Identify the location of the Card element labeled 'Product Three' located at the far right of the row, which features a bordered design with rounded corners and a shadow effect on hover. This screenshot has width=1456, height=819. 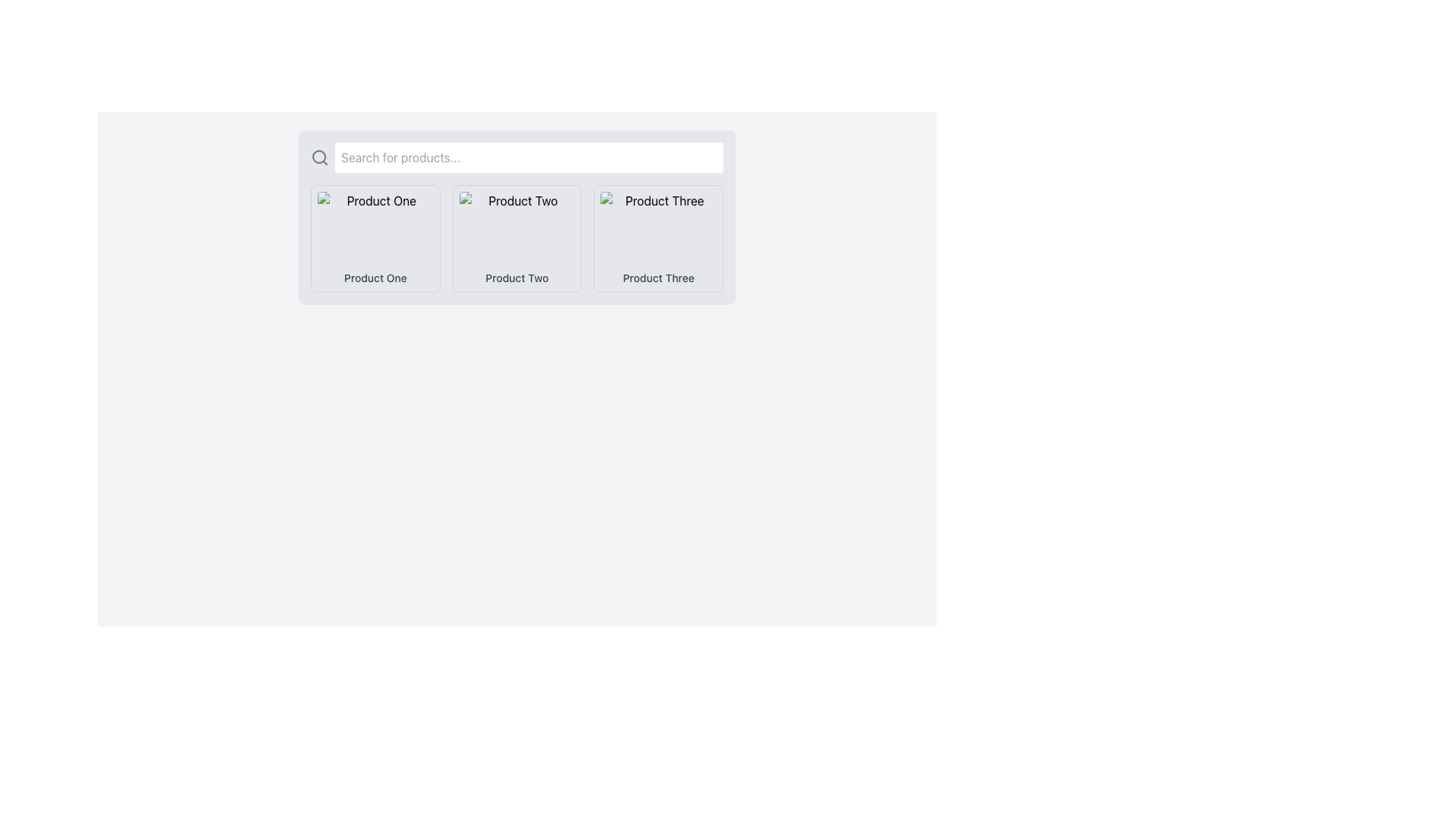
(658, 239).